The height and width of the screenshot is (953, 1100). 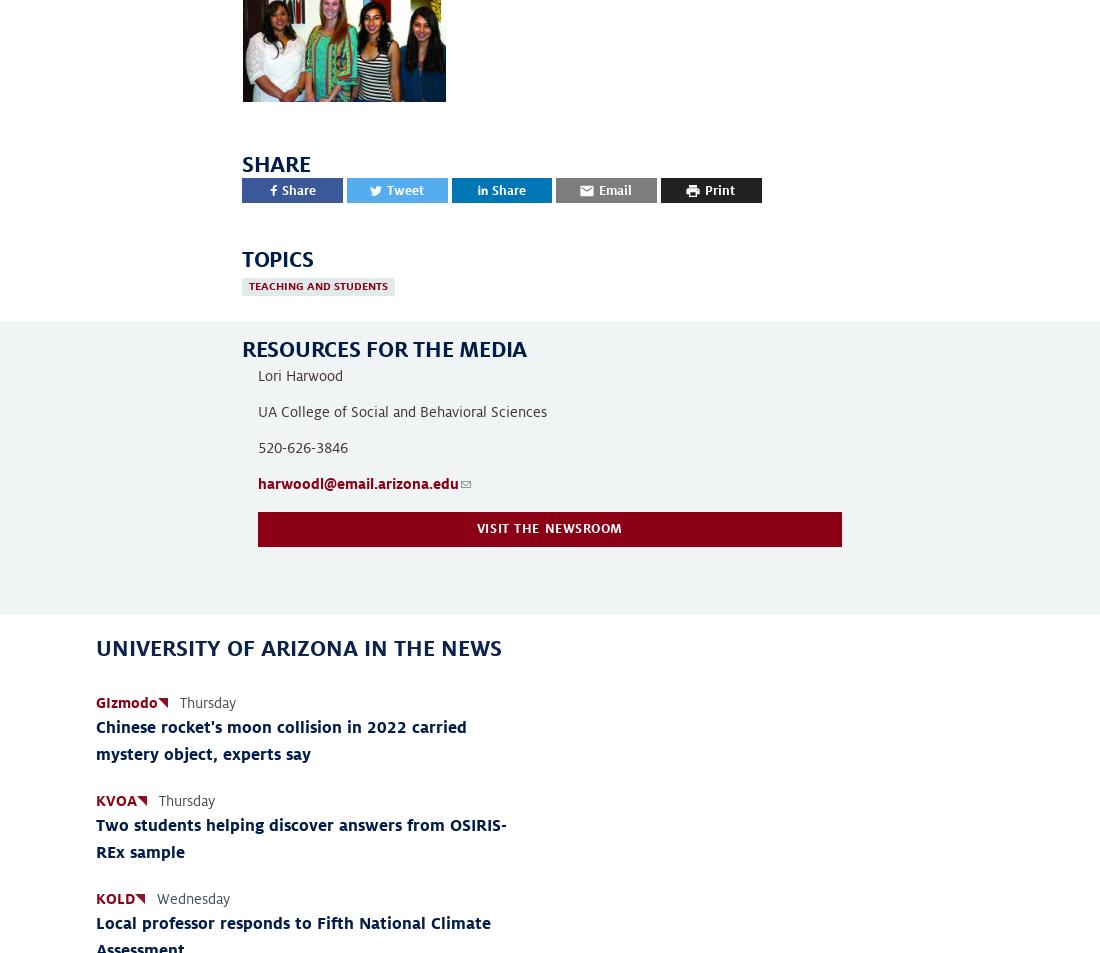 What do you see at coordinates (302, 445) in the screenshot?
I see `'520-626-3846'` at bounding box center [302, 445].